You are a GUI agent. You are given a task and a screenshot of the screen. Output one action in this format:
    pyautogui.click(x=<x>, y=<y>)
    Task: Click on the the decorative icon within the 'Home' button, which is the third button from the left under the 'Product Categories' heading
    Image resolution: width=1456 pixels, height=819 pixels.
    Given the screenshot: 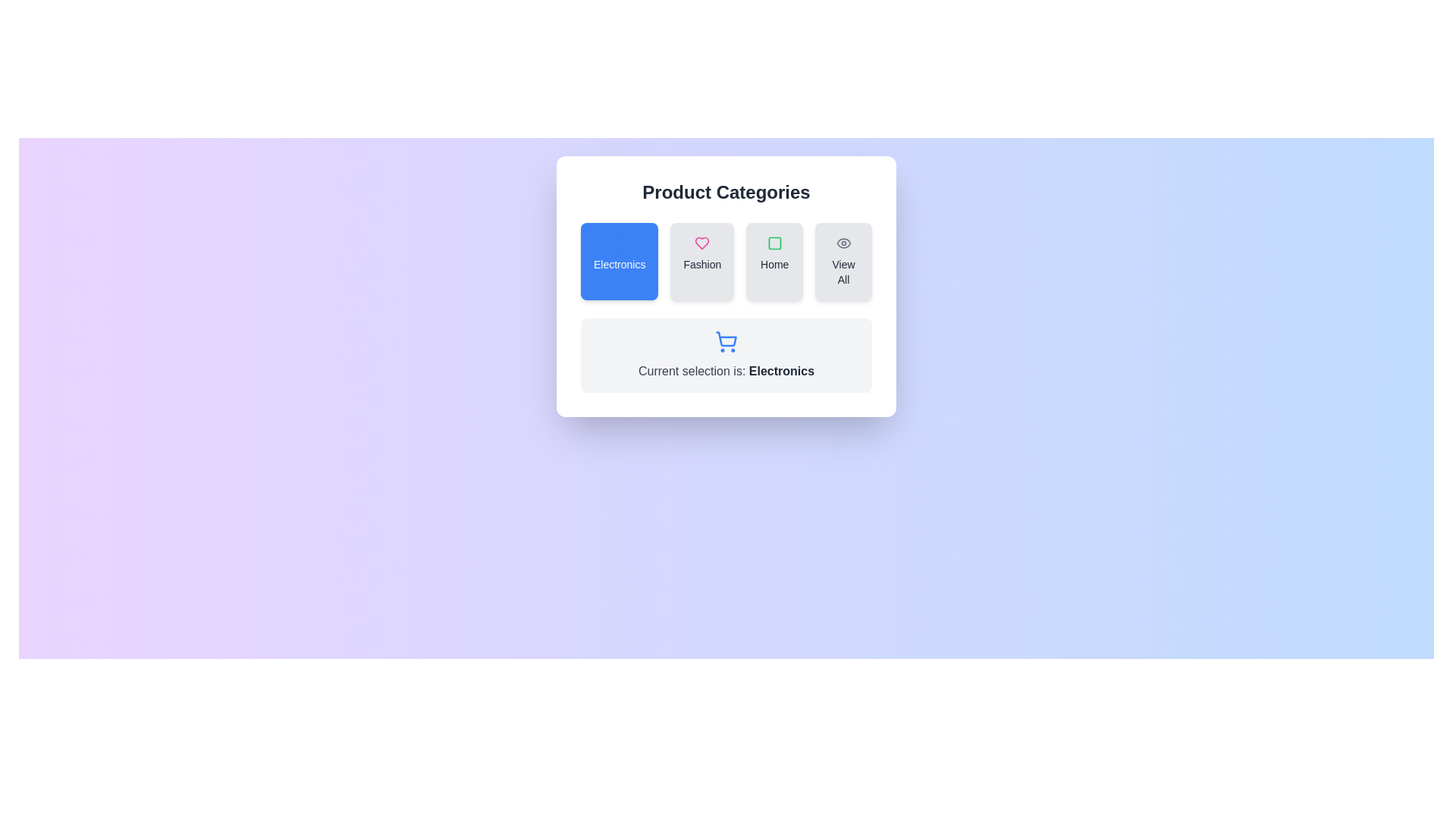 What is the action you would take?
    pyautogui.click(x=774, y=242)
    